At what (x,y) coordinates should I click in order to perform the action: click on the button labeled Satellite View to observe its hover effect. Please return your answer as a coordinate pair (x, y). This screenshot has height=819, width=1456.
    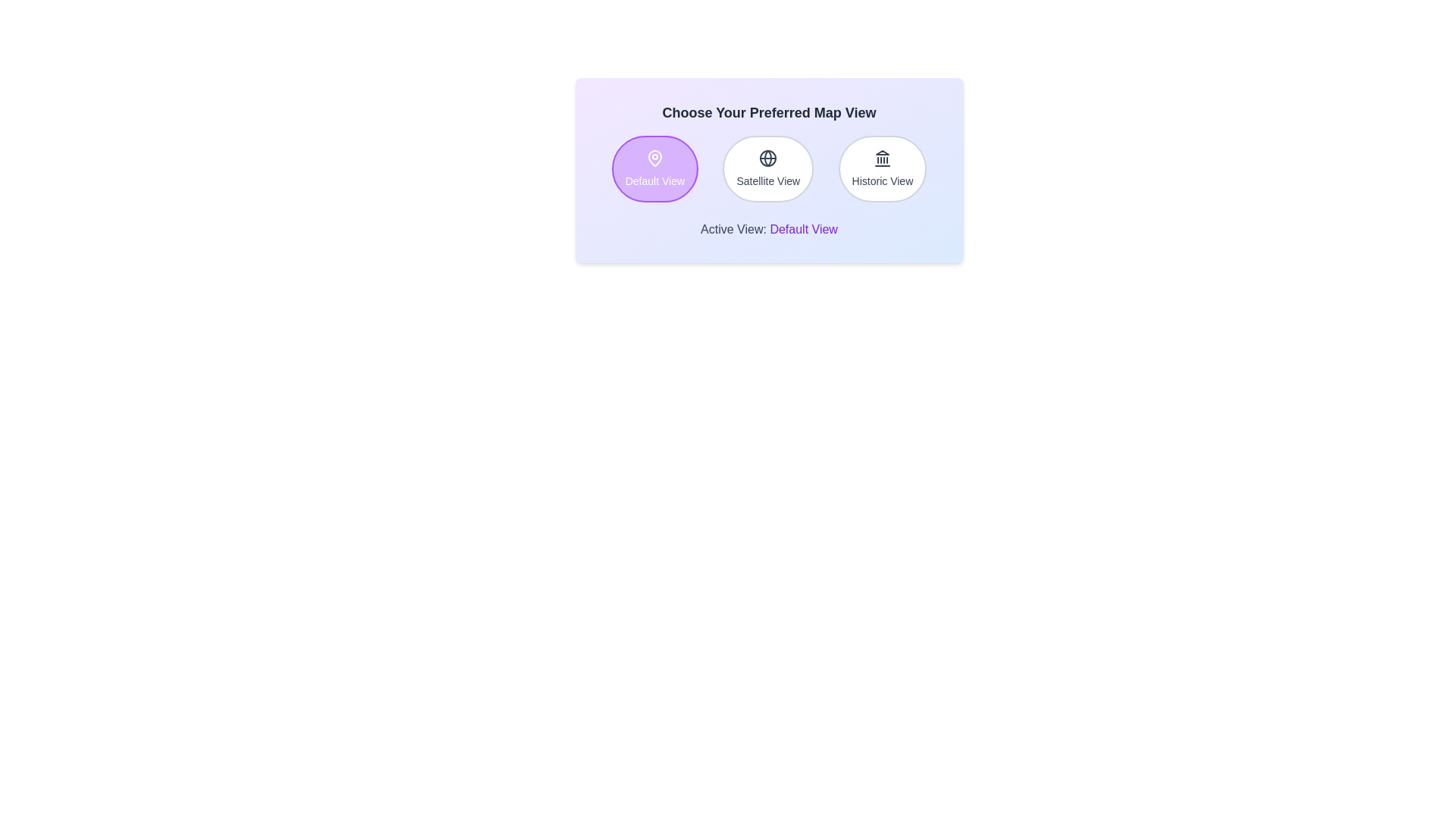
    Looking at the image, I should click on (768, 169).